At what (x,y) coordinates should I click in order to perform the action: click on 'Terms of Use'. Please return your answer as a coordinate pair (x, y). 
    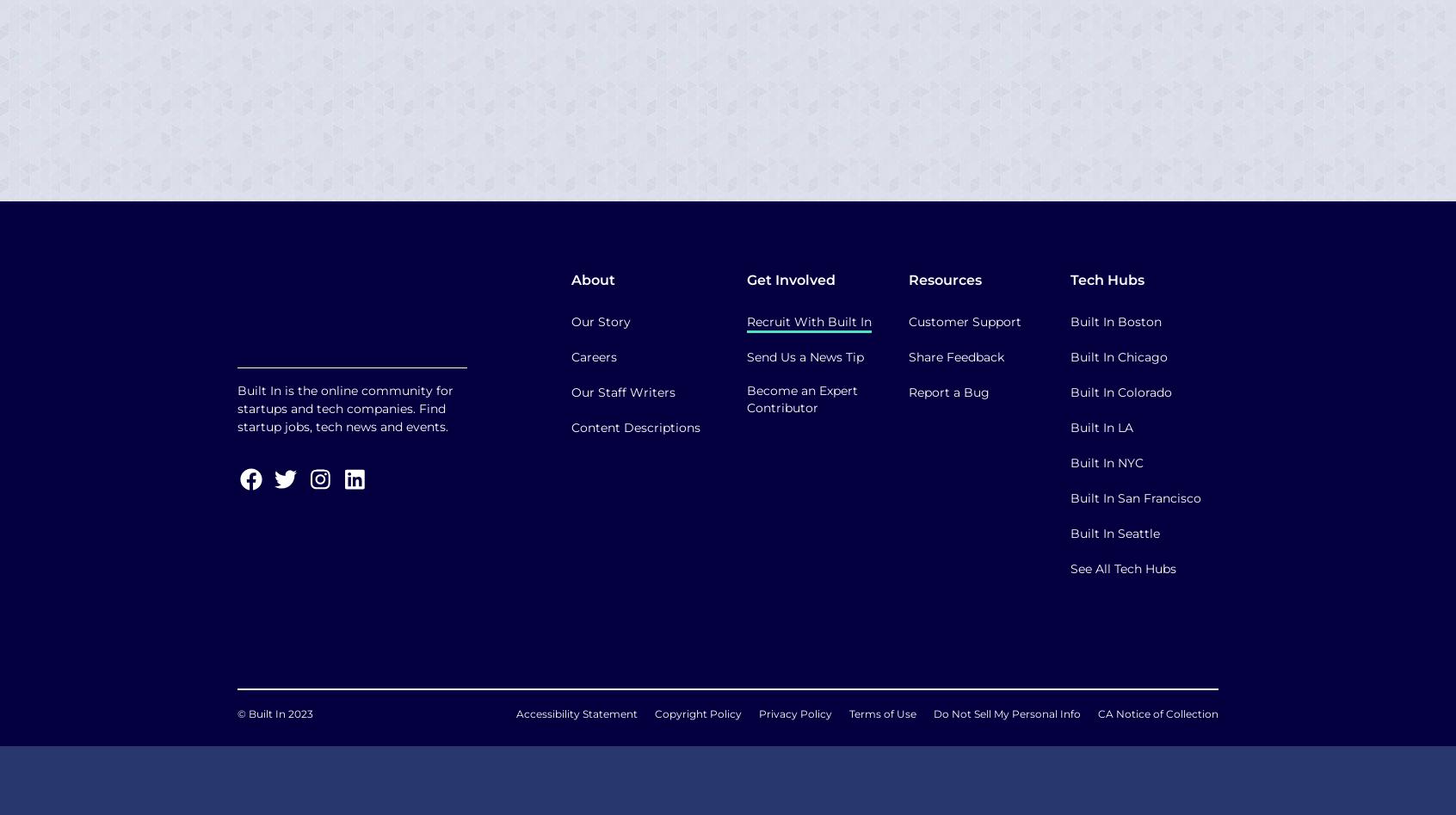
    Looking at the image, I should click on (882, 713).